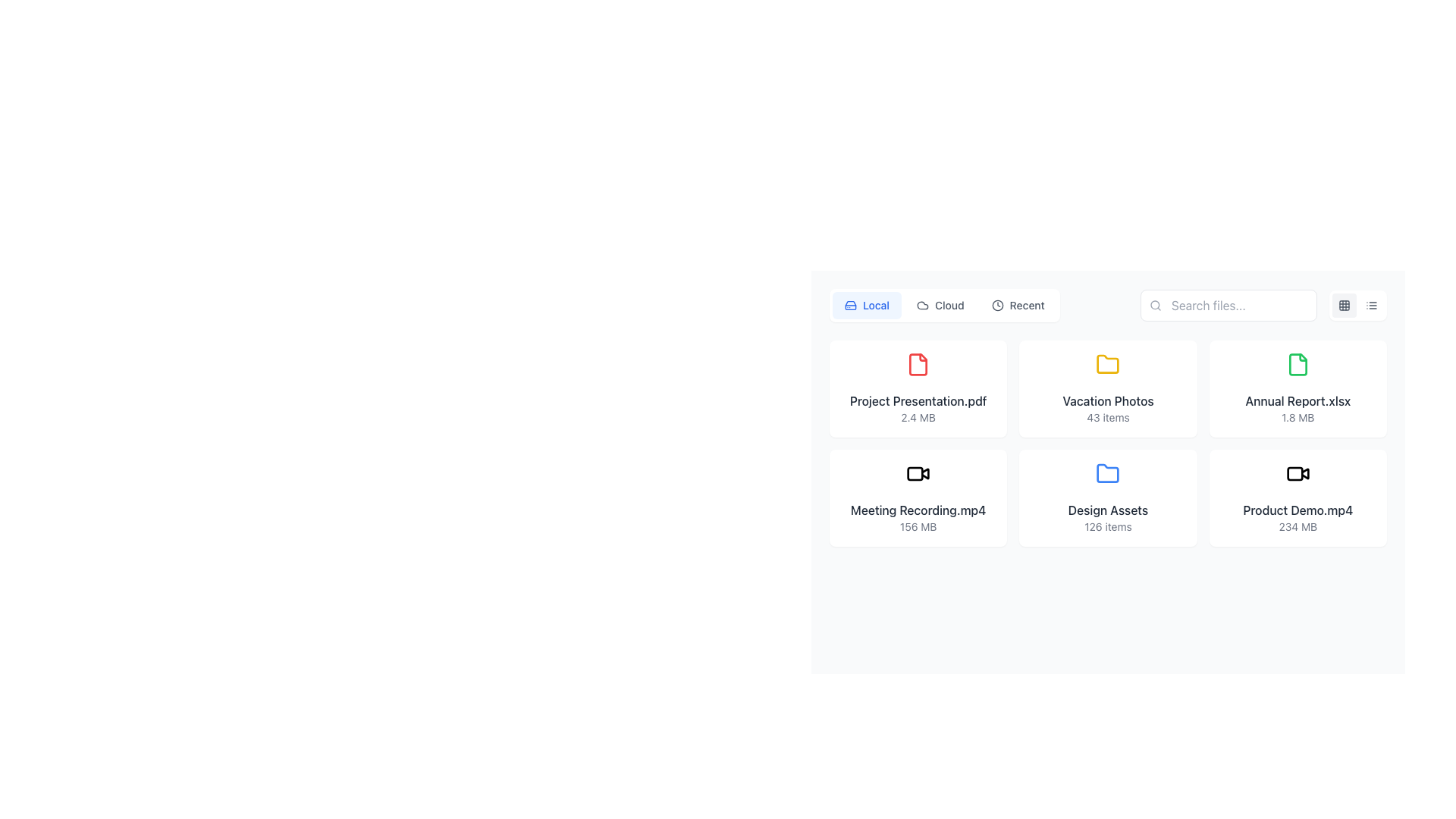 This screenshot has height=819, width=1456. Describe the element at coordinates (918, 516) in the screenshot. I see `the labeled text element displaying 'Meeting Recording.mp4'` at that location.